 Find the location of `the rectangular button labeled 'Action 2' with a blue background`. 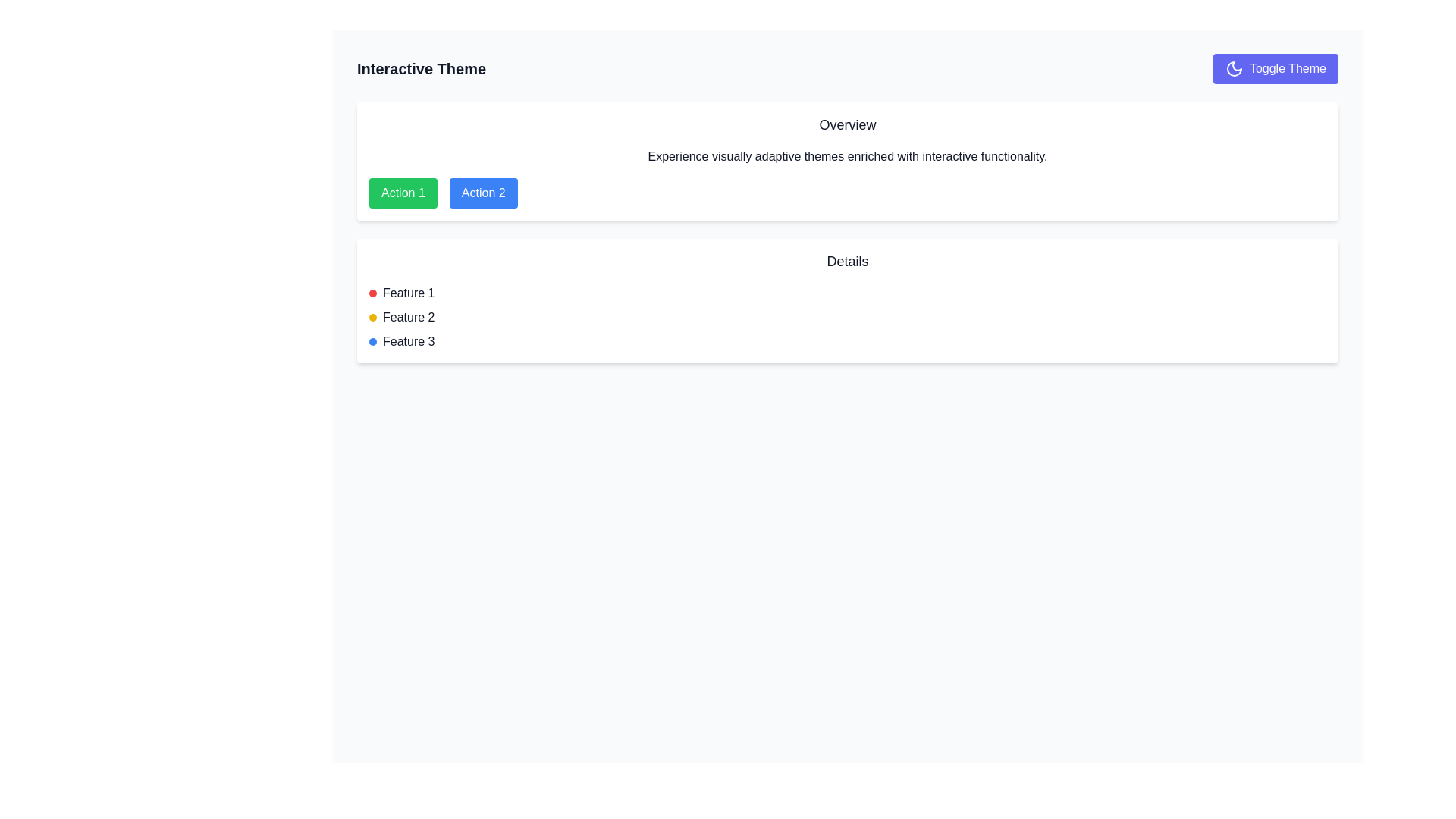

the rectangular button labeled 'Action 2' with a blue background is located at coordinates (482, 192).